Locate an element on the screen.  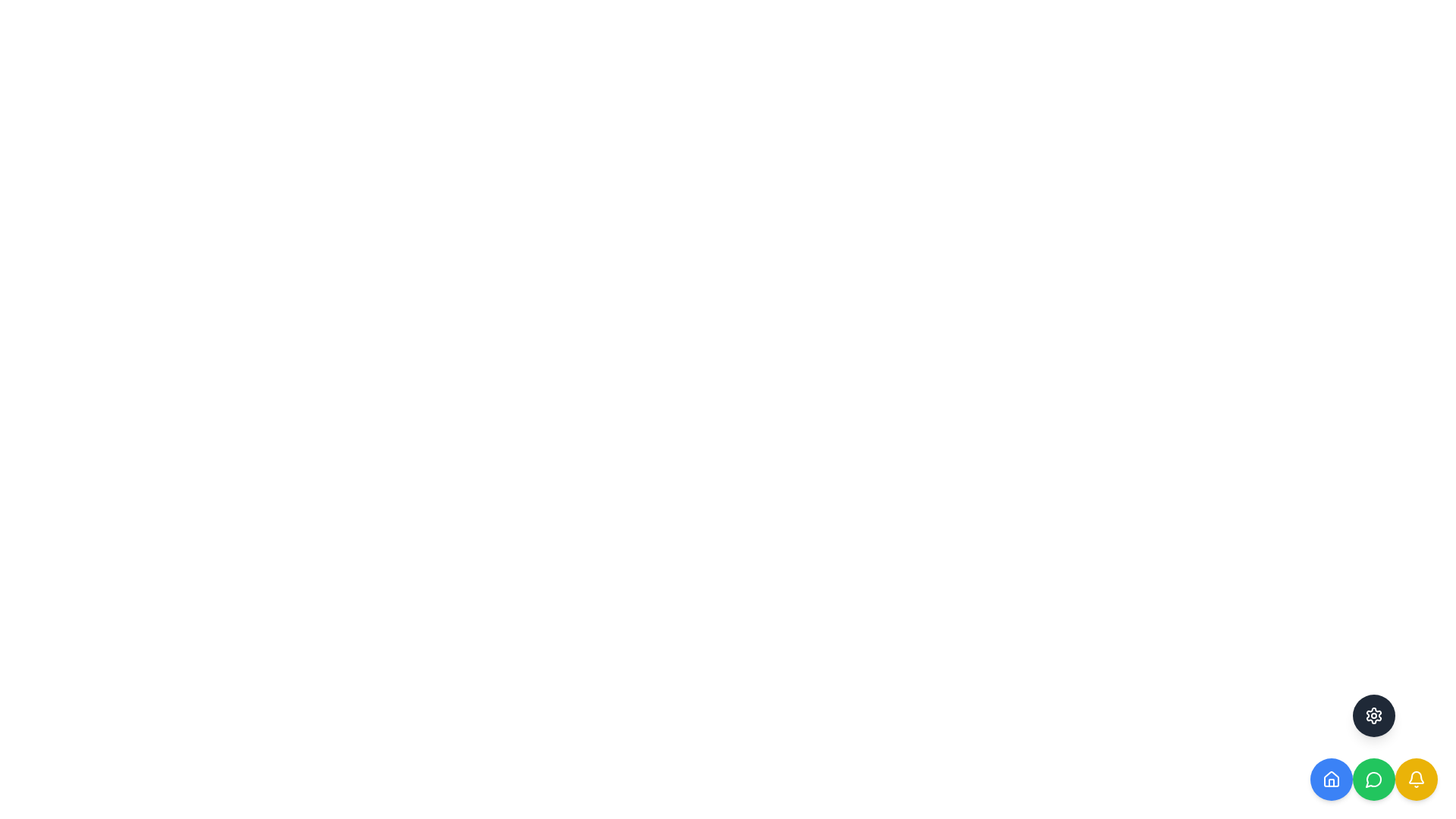
the bell icon located within the yellow circular button at the bottom-right corner of the interface is located at coordinates (1415, 780).